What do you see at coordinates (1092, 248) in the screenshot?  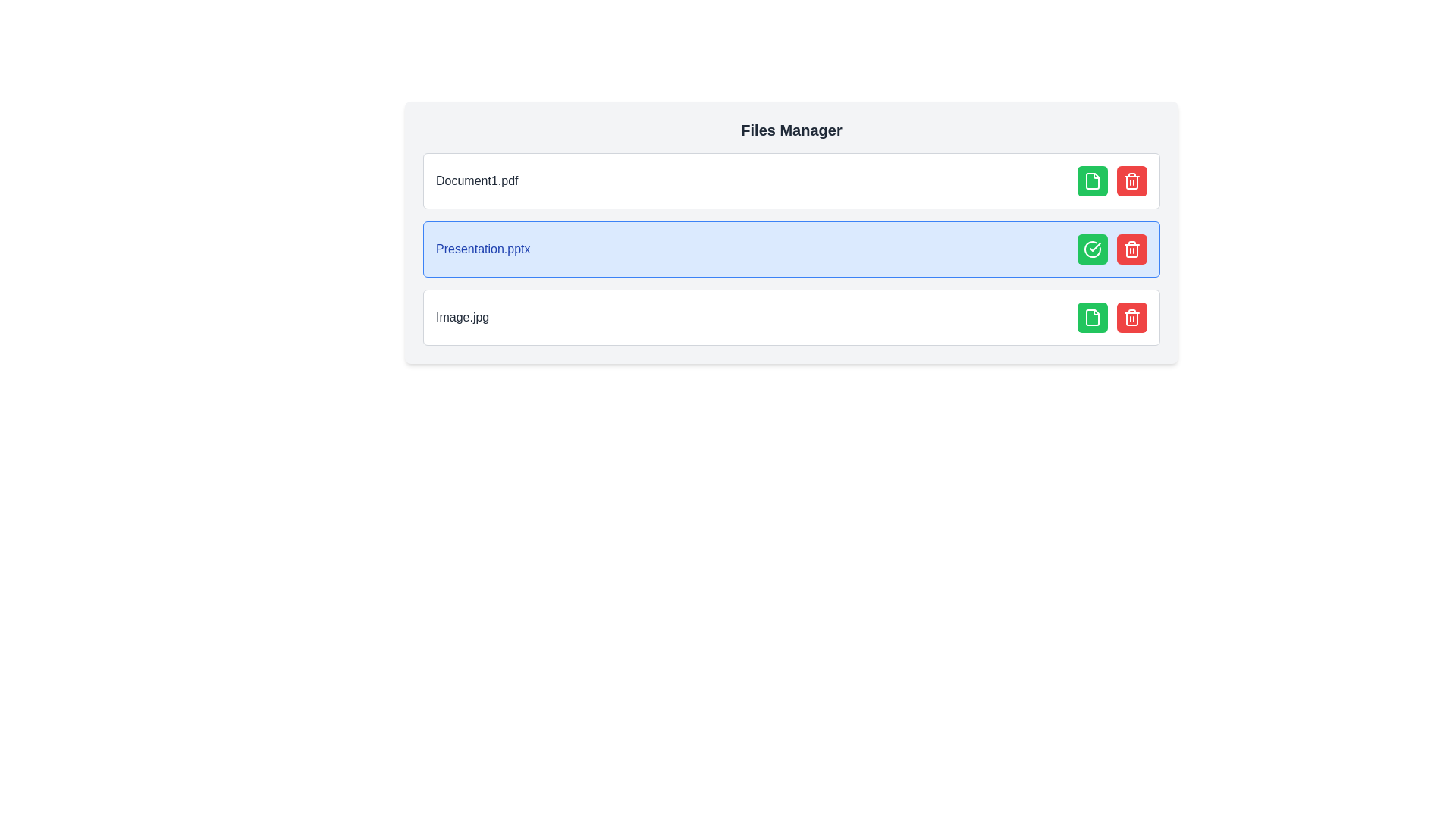 I see `the confirmation button located in the second row, first position, to observe the style change` at bounding box center [1092, 248].